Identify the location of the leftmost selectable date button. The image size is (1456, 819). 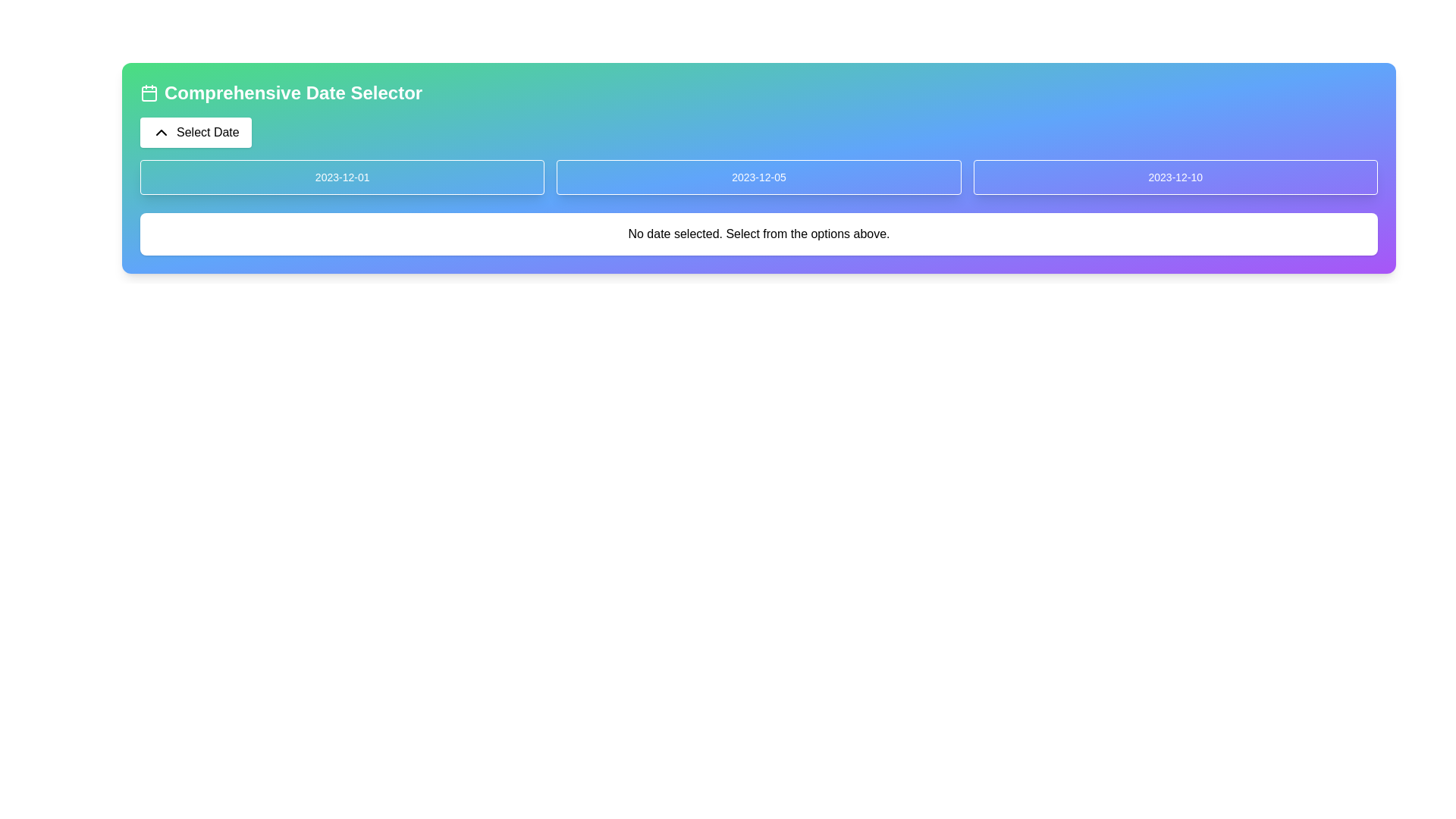
(341, 177).